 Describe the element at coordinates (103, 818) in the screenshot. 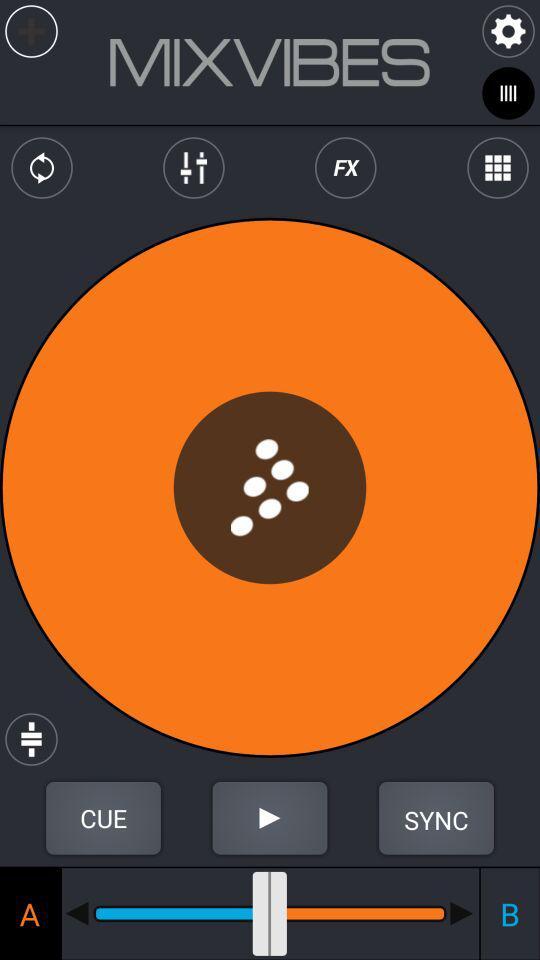

I see `cue button` at that location.